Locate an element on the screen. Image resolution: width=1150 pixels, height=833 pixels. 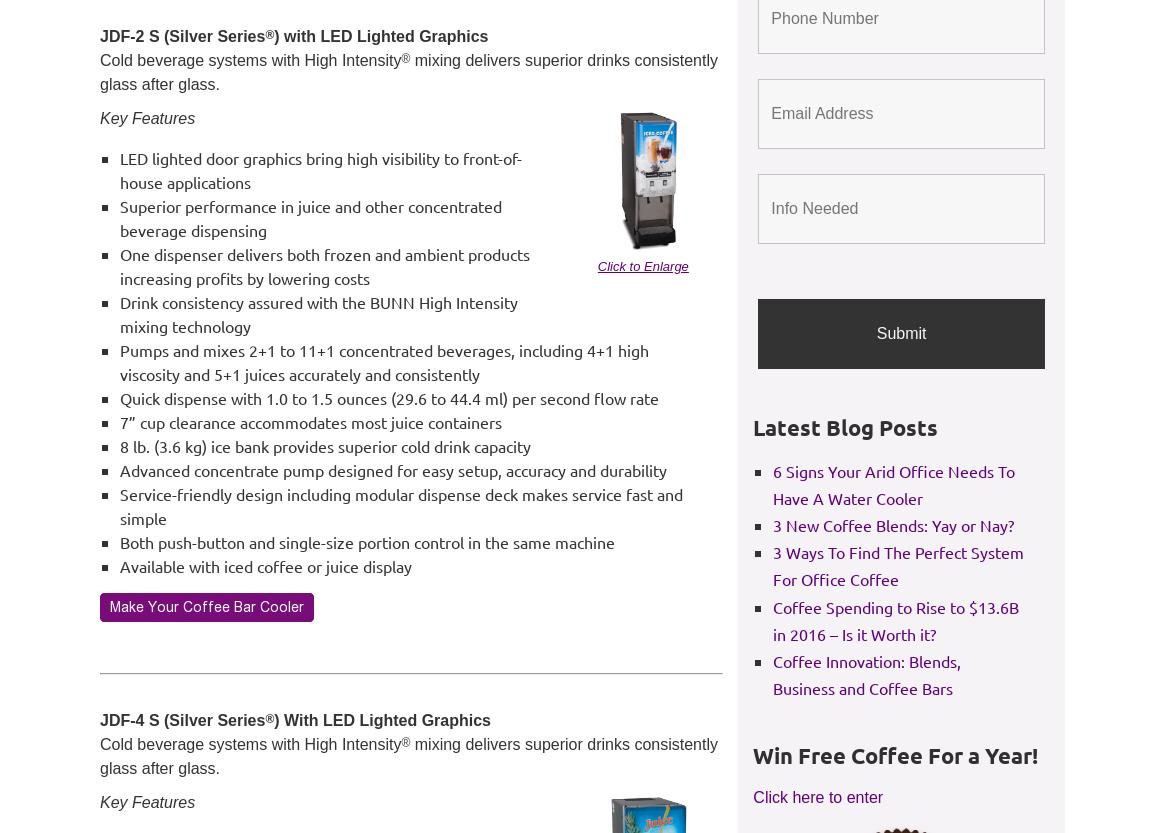
') with LED Lighted Graphics' is located at coordinates (380, 36).